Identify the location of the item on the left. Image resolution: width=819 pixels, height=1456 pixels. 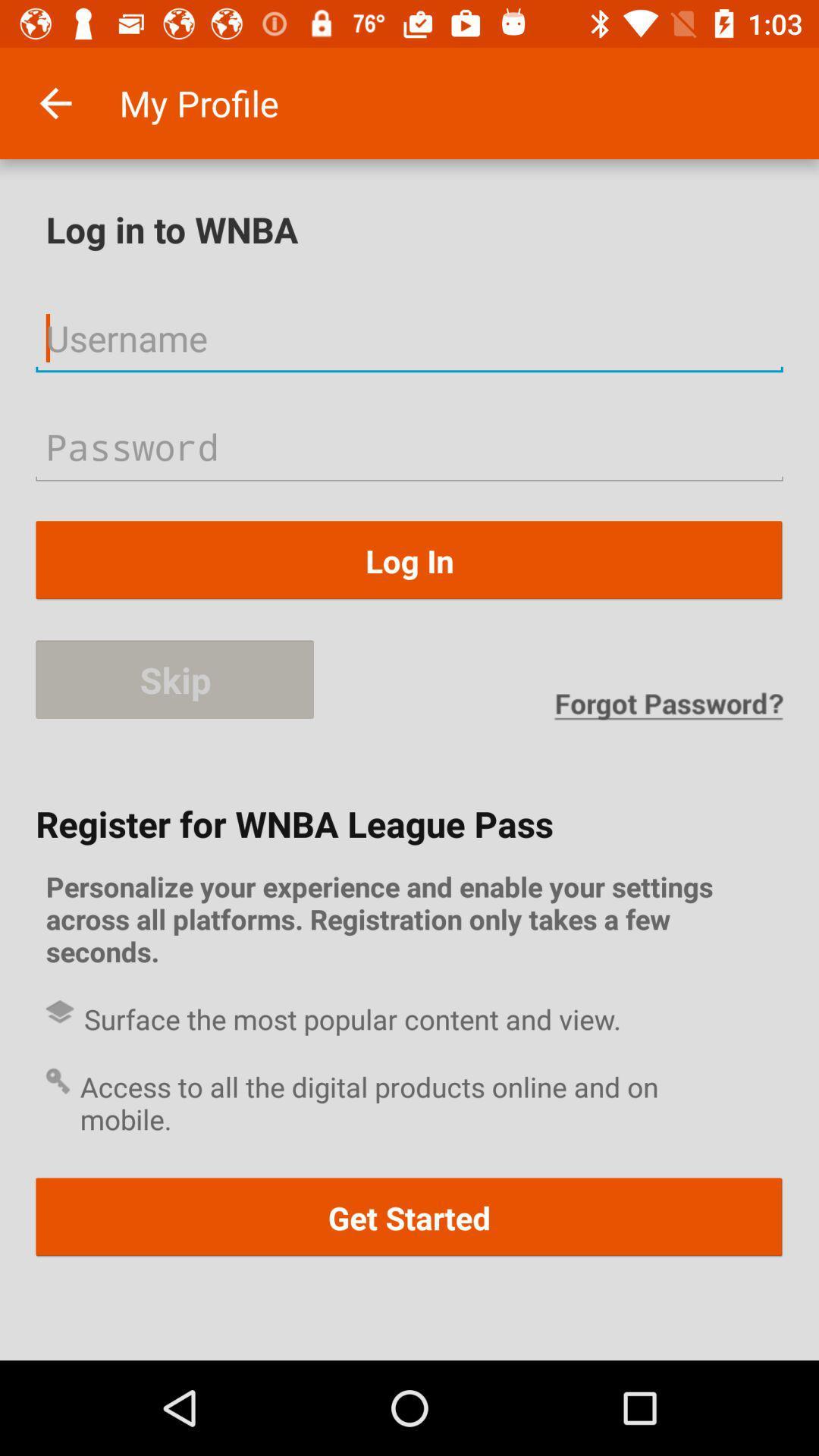
(174, 679).